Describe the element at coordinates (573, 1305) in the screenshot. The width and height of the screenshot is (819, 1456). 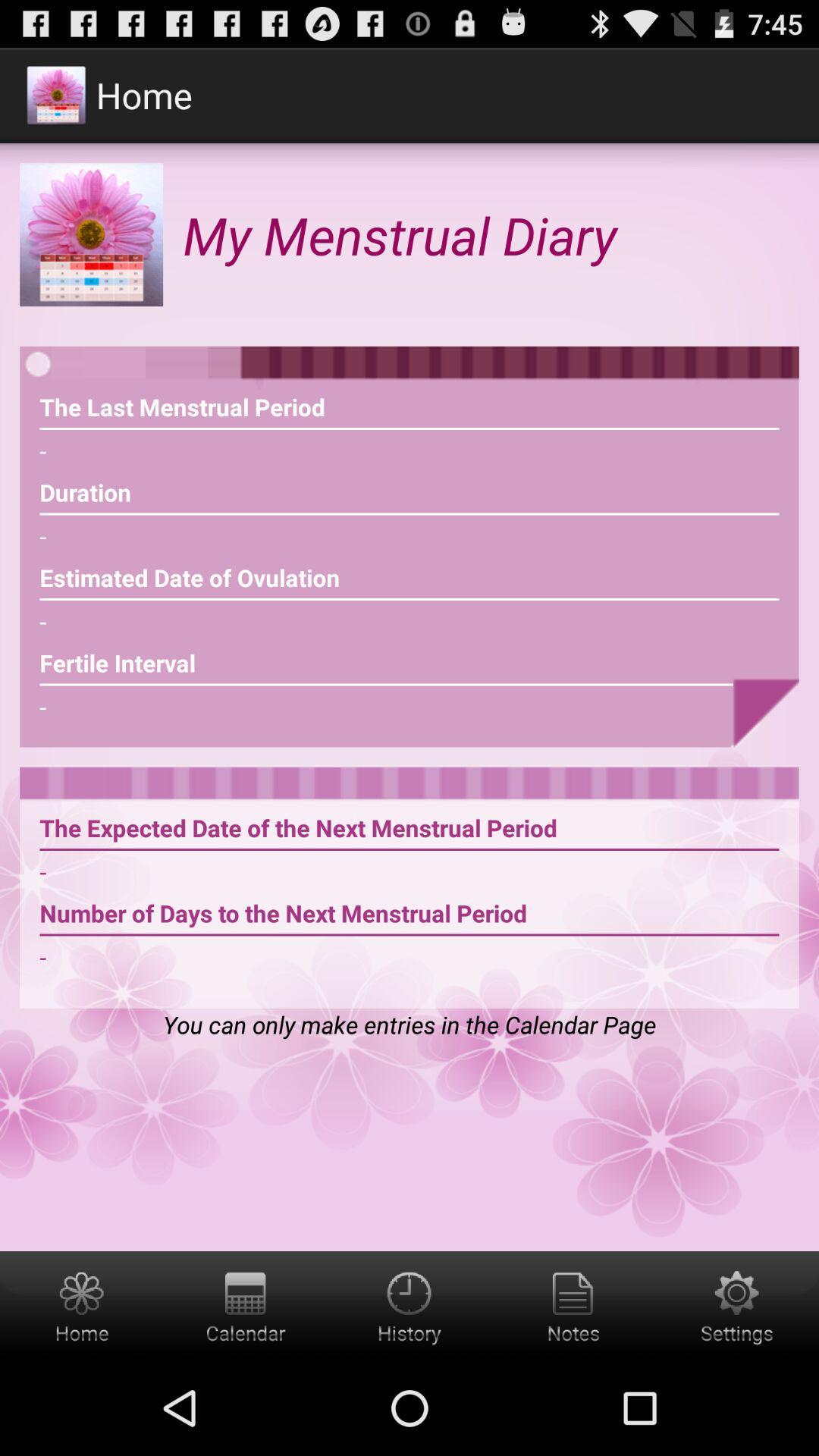
I see `notes` at that location.